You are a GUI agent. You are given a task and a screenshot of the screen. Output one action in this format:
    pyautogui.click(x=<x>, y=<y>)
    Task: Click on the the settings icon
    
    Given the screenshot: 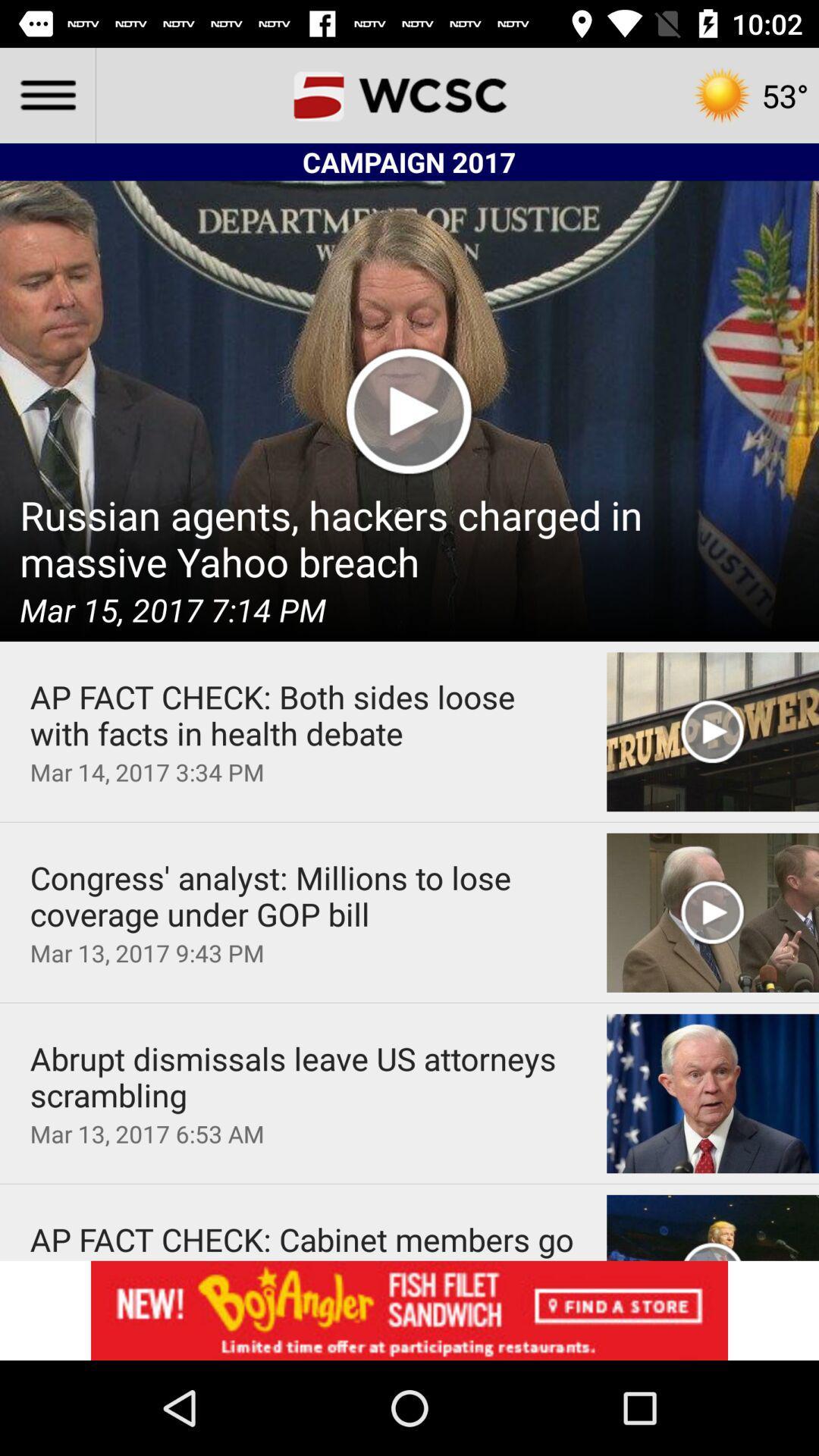 What is the action you would take?
    pyautogui.click(x=749, y=94)
    